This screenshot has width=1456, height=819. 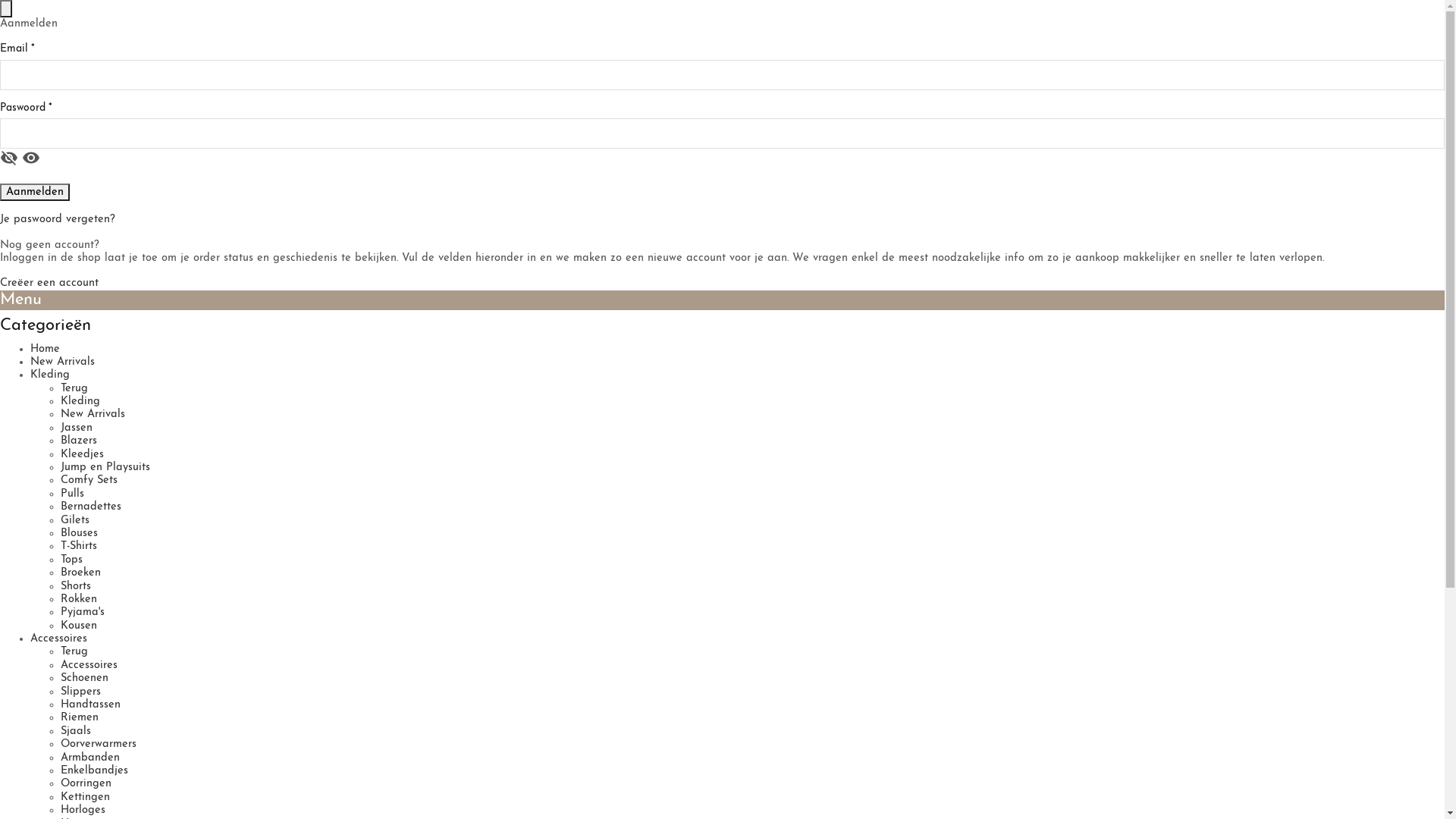 I want to click on 'New Arrivals', so click(x=61, y=414).